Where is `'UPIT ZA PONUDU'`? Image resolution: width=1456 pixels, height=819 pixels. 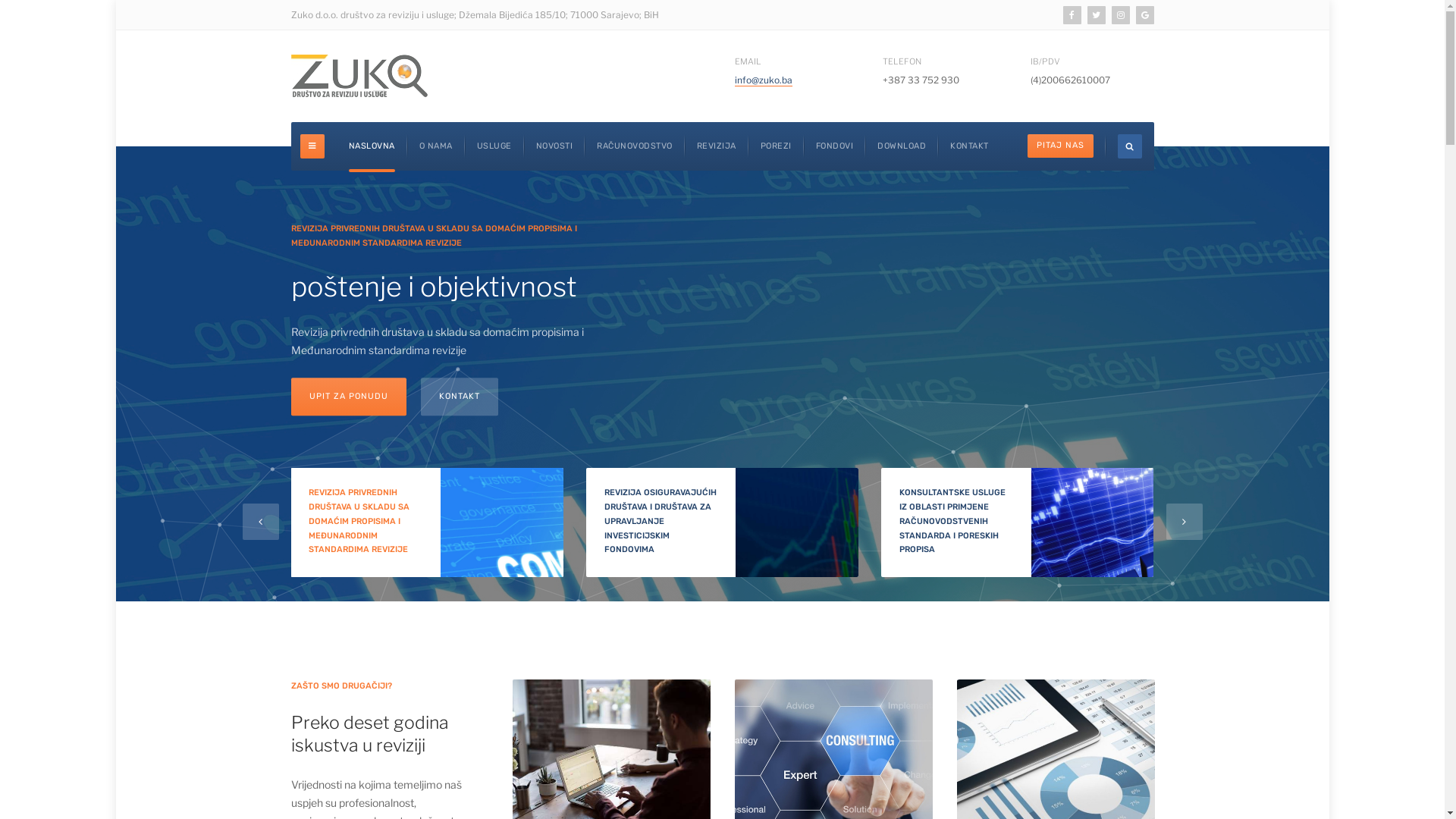
'UPIT ZA PONUDU' is located at coordinates (351, 396).